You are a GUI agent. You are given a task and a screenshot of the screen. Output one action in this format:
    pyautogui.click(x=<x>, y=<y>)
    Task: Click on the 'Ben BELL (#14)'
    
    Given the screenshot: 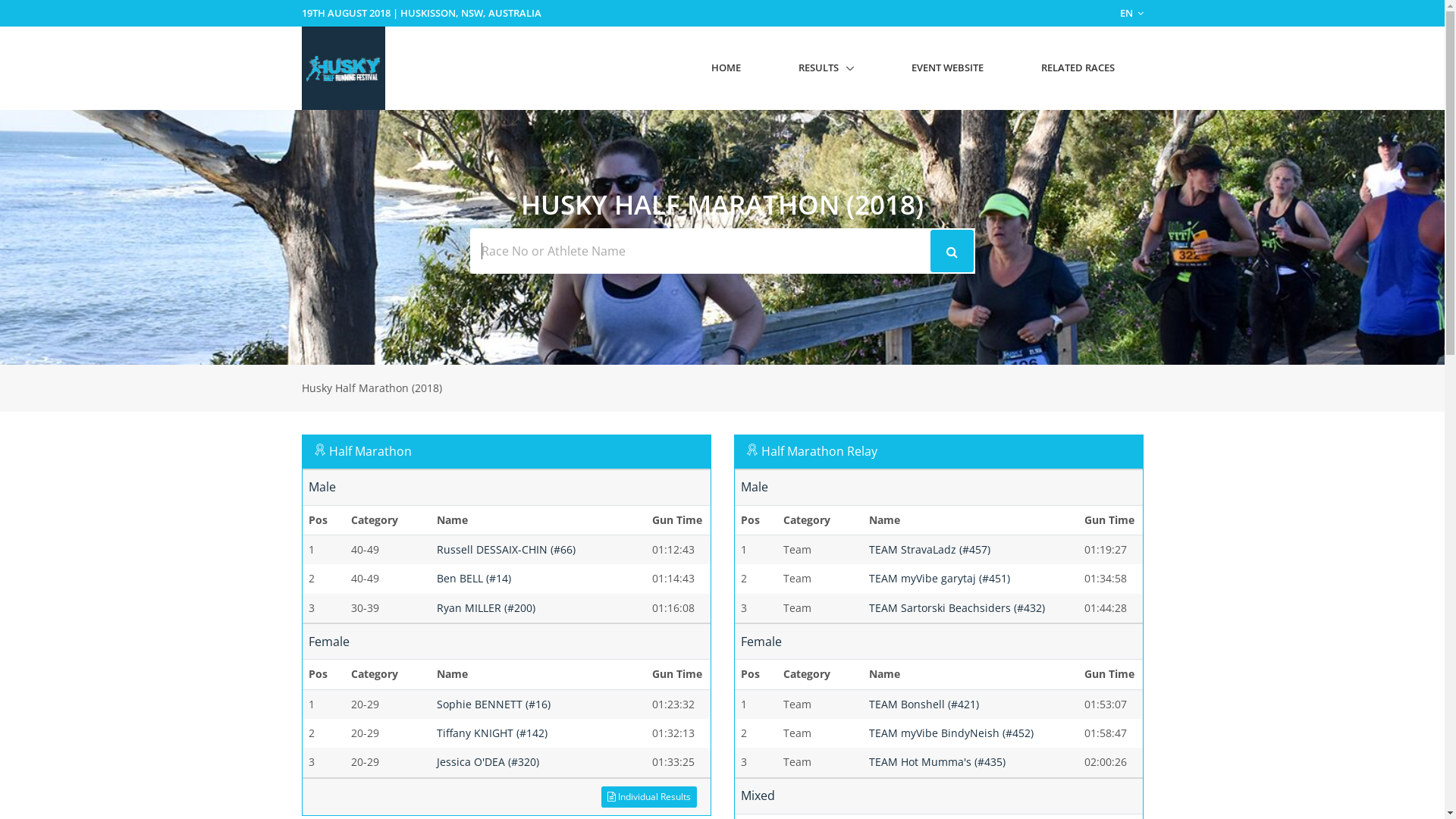 What is the action you would take?
    pyautogui.click(x=472, y=578)
    